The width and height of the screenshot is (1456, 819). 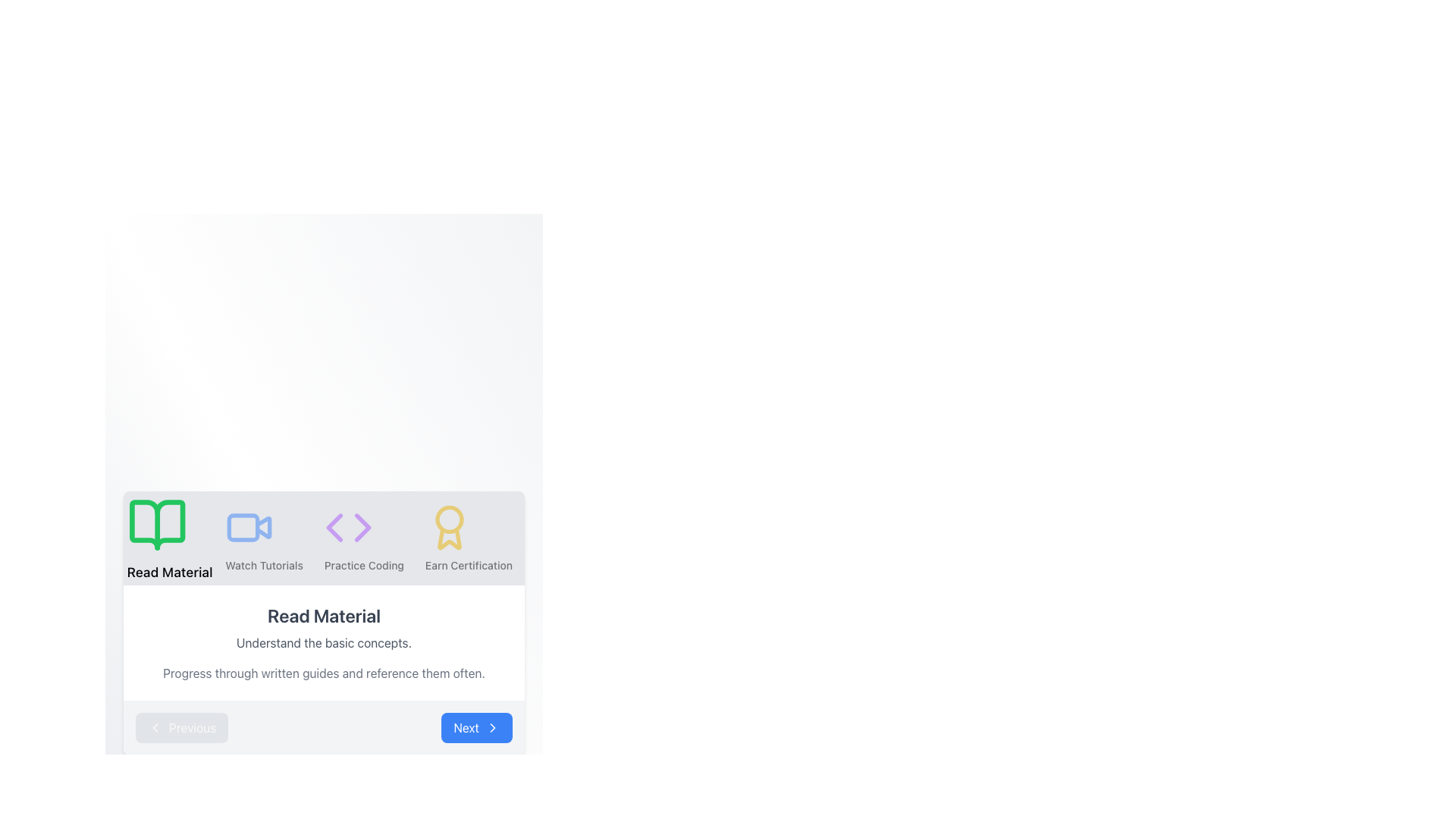 What do you see at coordinates (249, 526) in the screenshot?
I see `the blue video camera icon, which is the second icon in a horizontal layout of four icons, located between the green book icon labeled 'Read Material' and a purple coding icon` at bounding box center [249, 526].